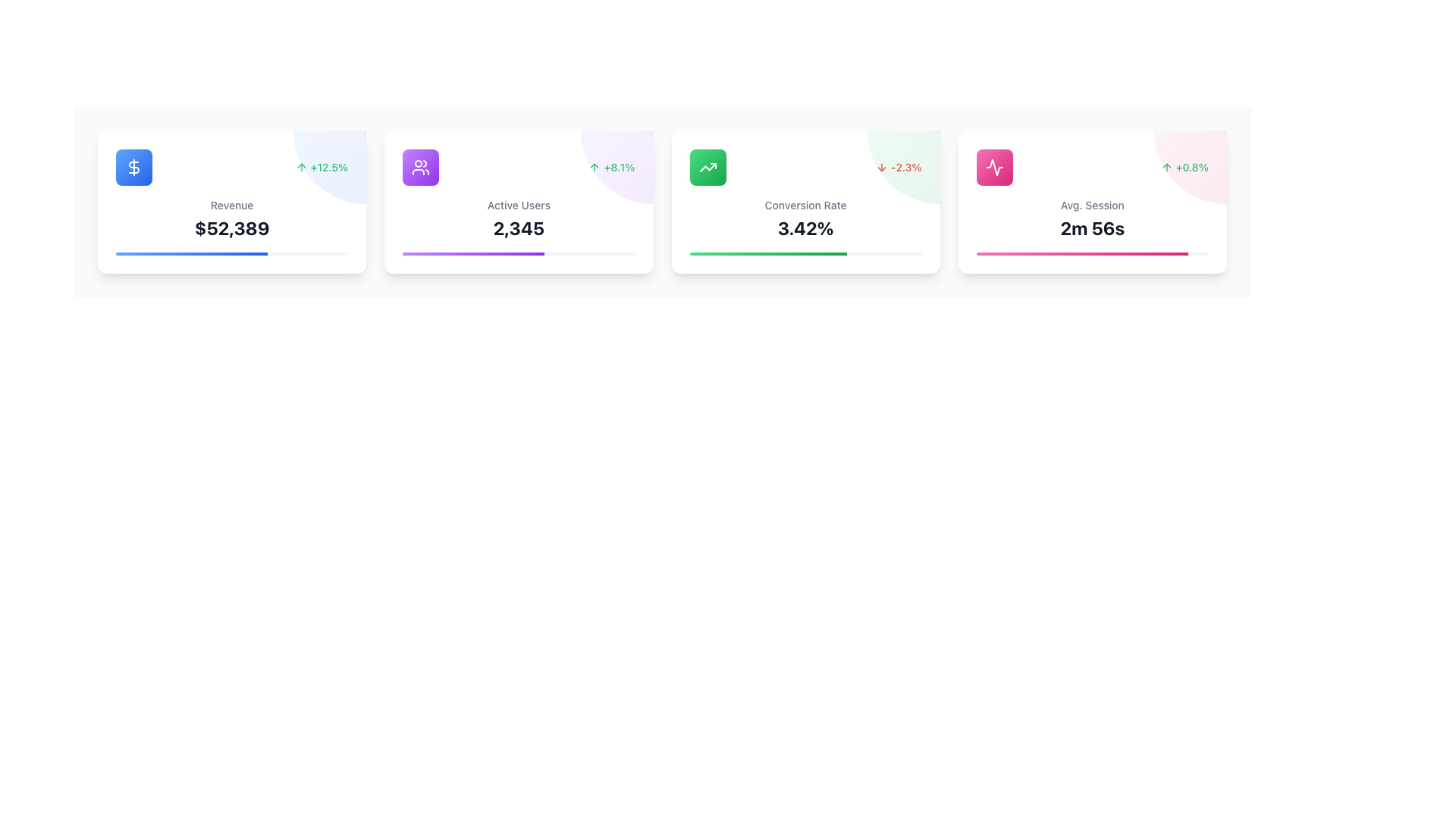 The height and width of the screenshot is (819, 1456). What do you see at coordinates (231, 253) in the screenshot?
I see `the progress bar located at the bottom of the revenue information card, which visually represents a percentage-based metric` at bounding box center [231, 253].